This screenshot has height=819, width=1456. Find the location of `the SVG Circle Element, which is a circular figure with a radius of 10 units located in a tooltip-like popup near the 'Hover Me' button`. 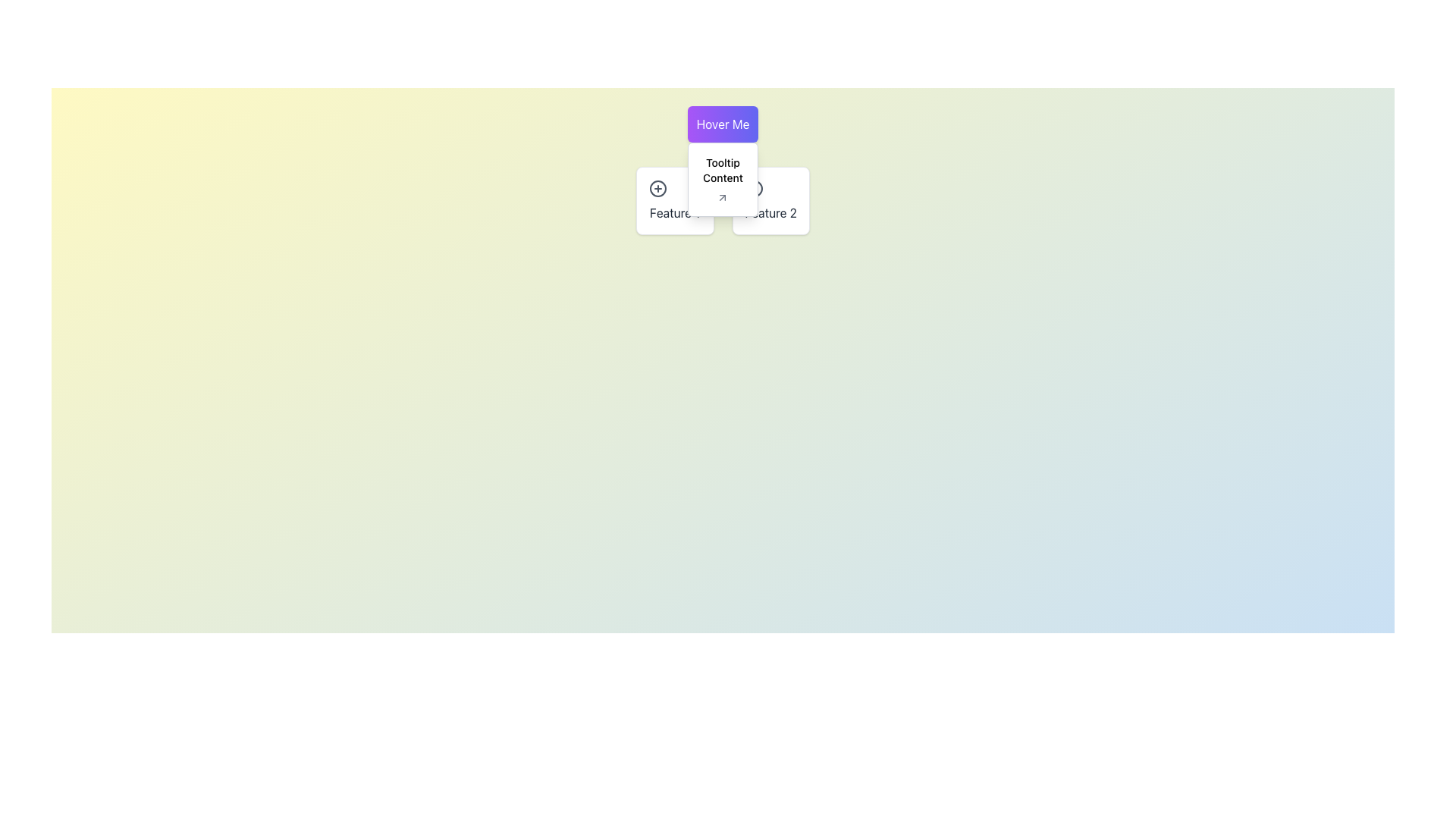

the SVG Circle Element, which is a circular figure with a radius of 10 units located in a tooltip-like popup near the 'Hover Me' button is located at coordinates (754, 188).